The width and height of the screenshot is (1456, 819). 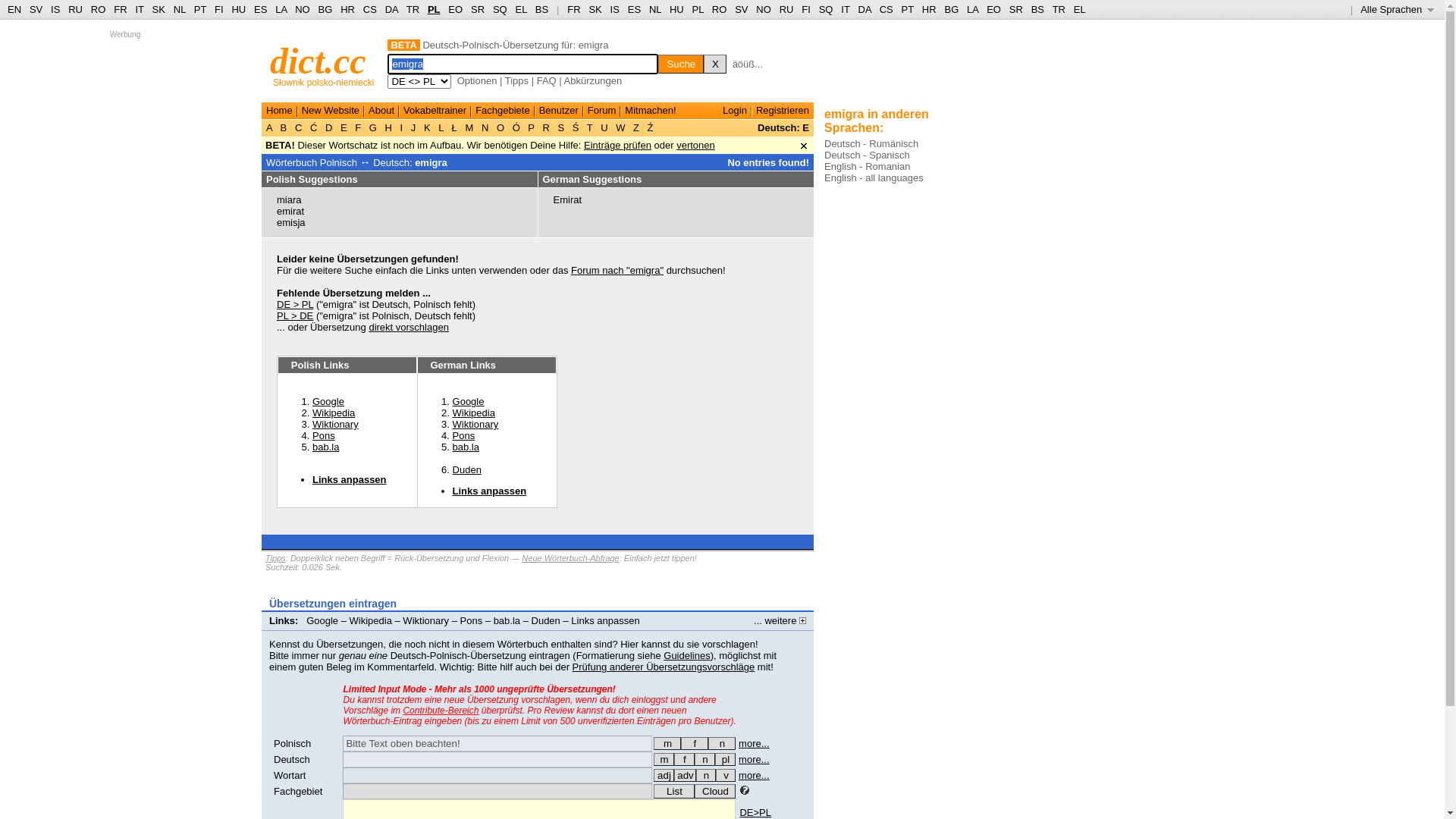 What do you see at coordinates (694, 742) in the screenshot?
I see `'f'` at bounding box center [694, 742].